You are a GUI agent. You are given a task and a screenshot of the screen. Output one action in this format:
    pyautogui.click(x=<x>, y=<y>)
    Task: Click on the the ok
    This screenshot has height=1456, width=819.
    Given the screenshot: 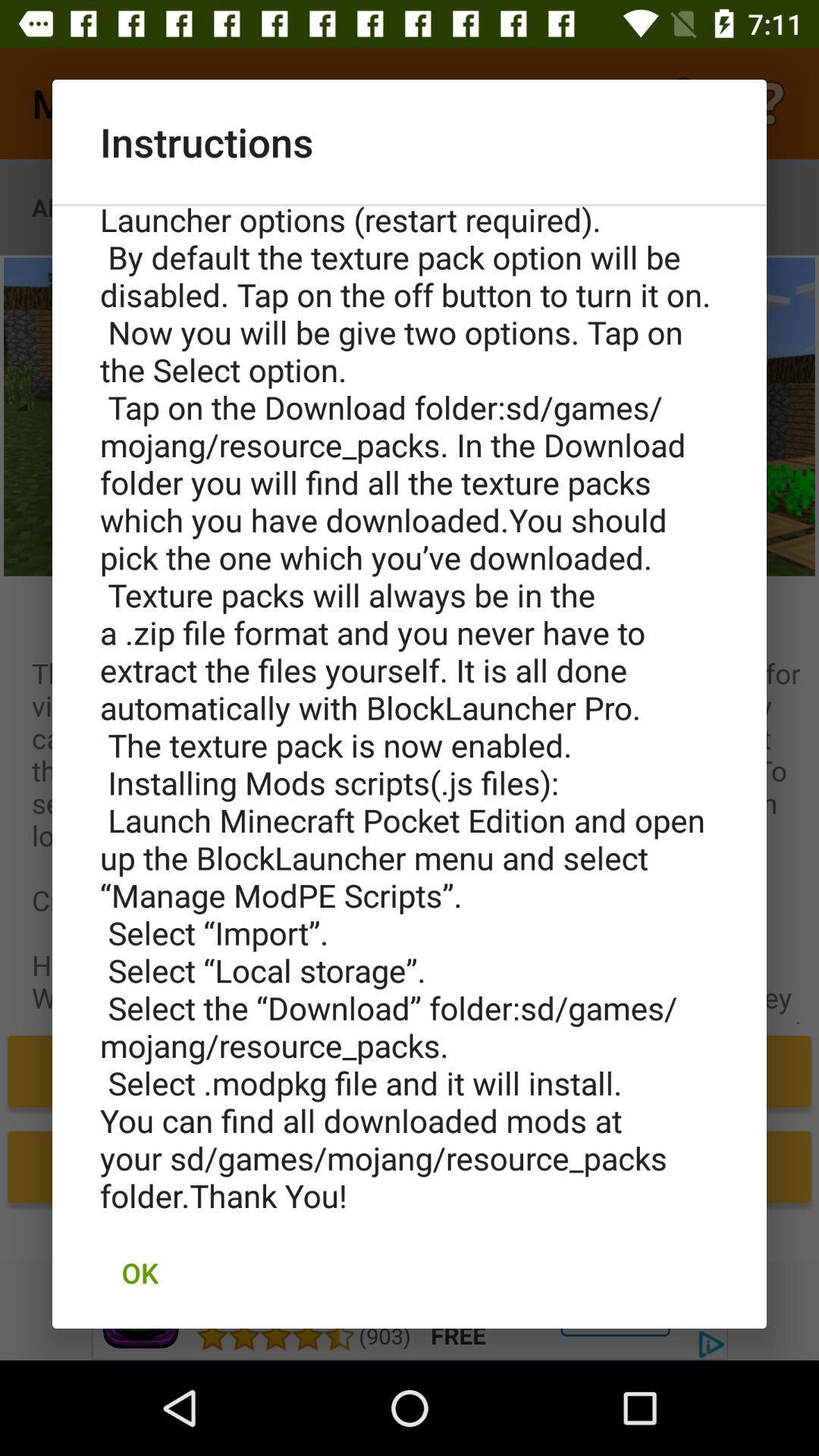 What is the action you would take?
    pyautogui.click(x=140, y=1272)
    